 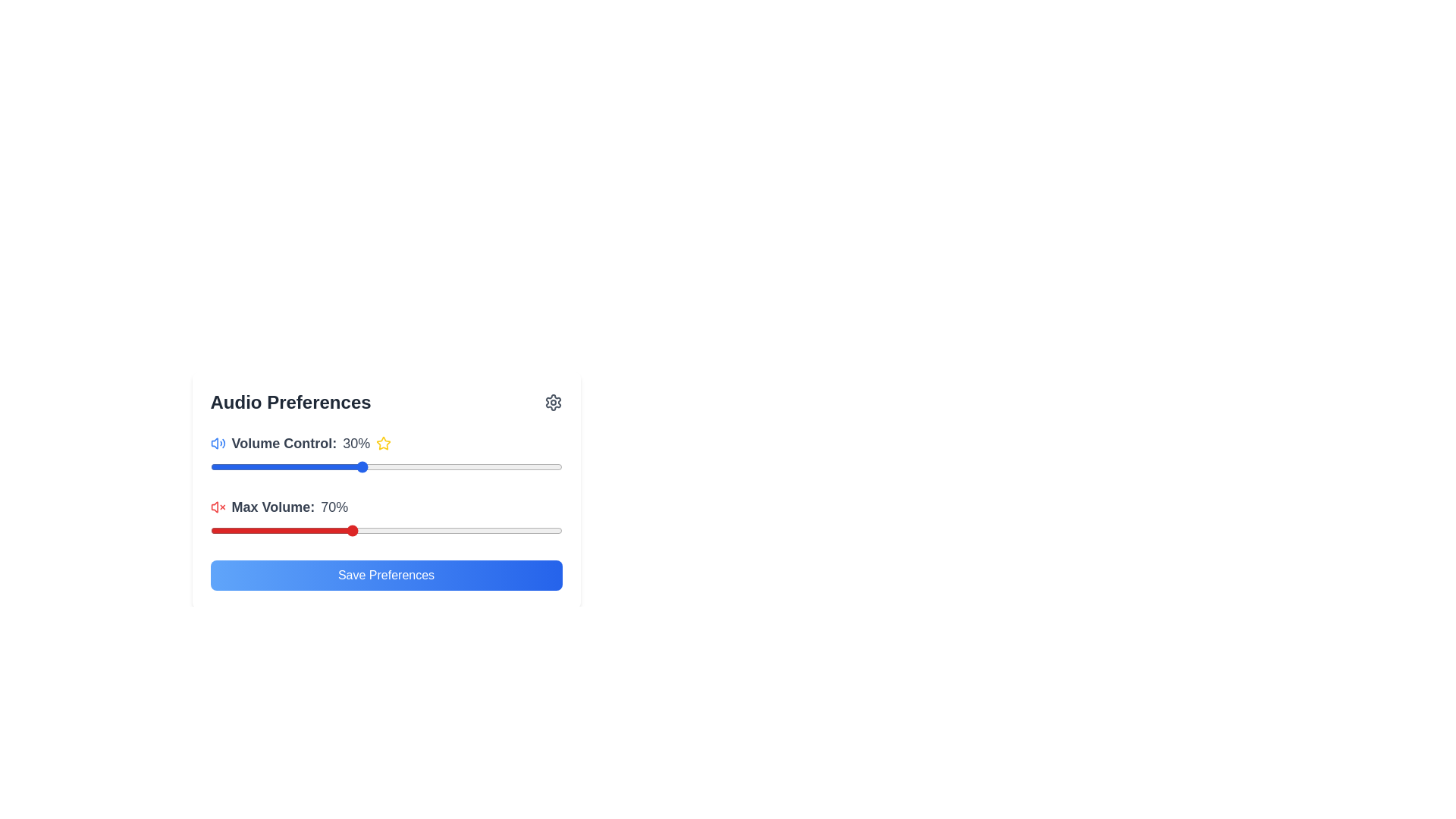 I want to click on the volume control icon, which is located to the left of the text '30%' and above a blue progress bar, so click(x=217, y=444).